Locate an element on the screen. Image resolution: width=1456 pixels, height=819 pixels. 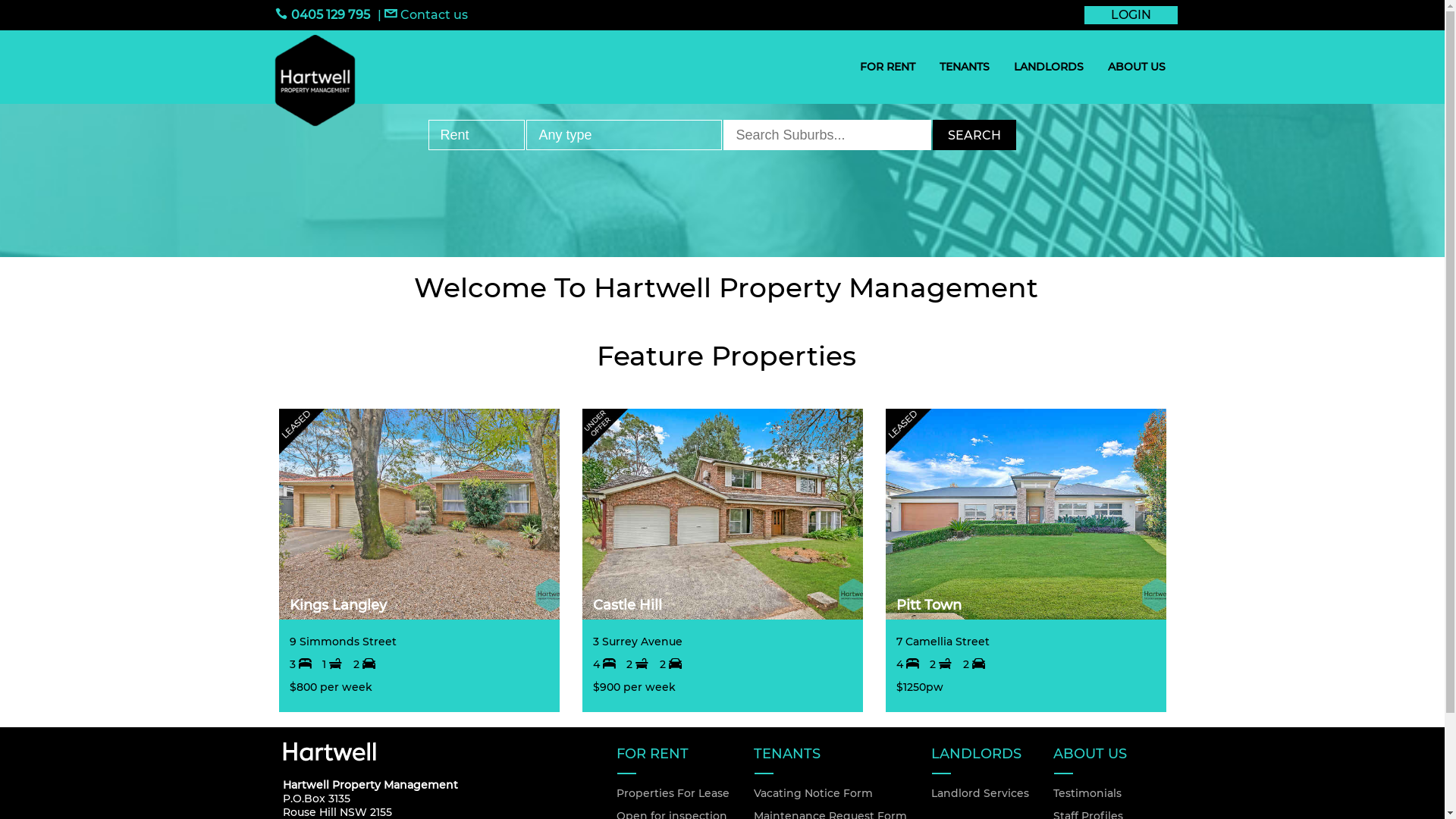
'LANDLORDS' is located at coordinates (980, 758).